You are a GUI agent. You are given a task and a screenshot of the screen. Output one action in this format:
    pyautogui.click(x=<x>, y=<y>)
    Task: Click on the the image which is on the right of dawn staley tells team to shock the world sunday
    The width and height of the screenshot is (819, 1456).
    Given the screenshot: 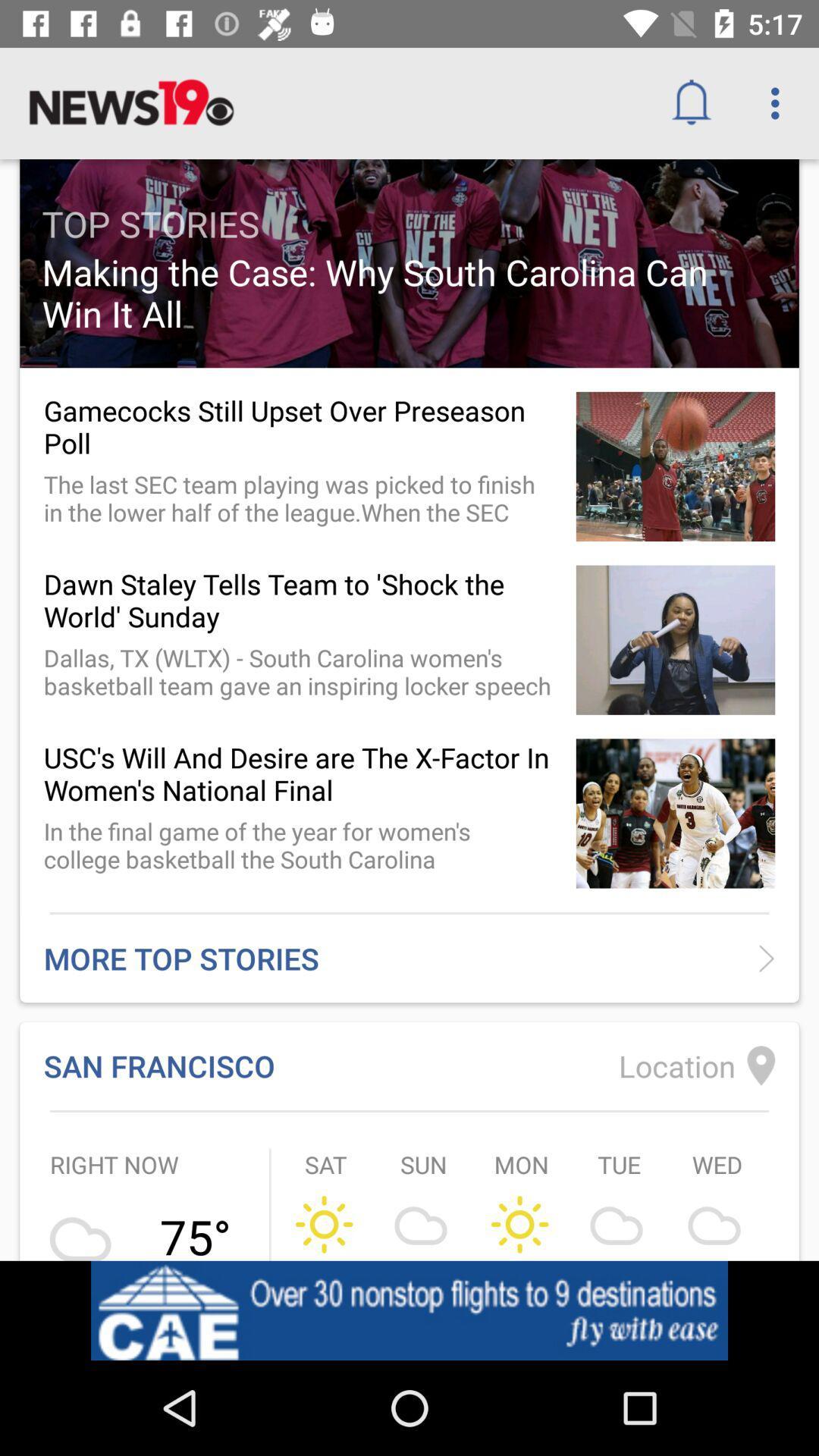 What is the action you would take?
    pyautogui.click(x=675, y=640)
    